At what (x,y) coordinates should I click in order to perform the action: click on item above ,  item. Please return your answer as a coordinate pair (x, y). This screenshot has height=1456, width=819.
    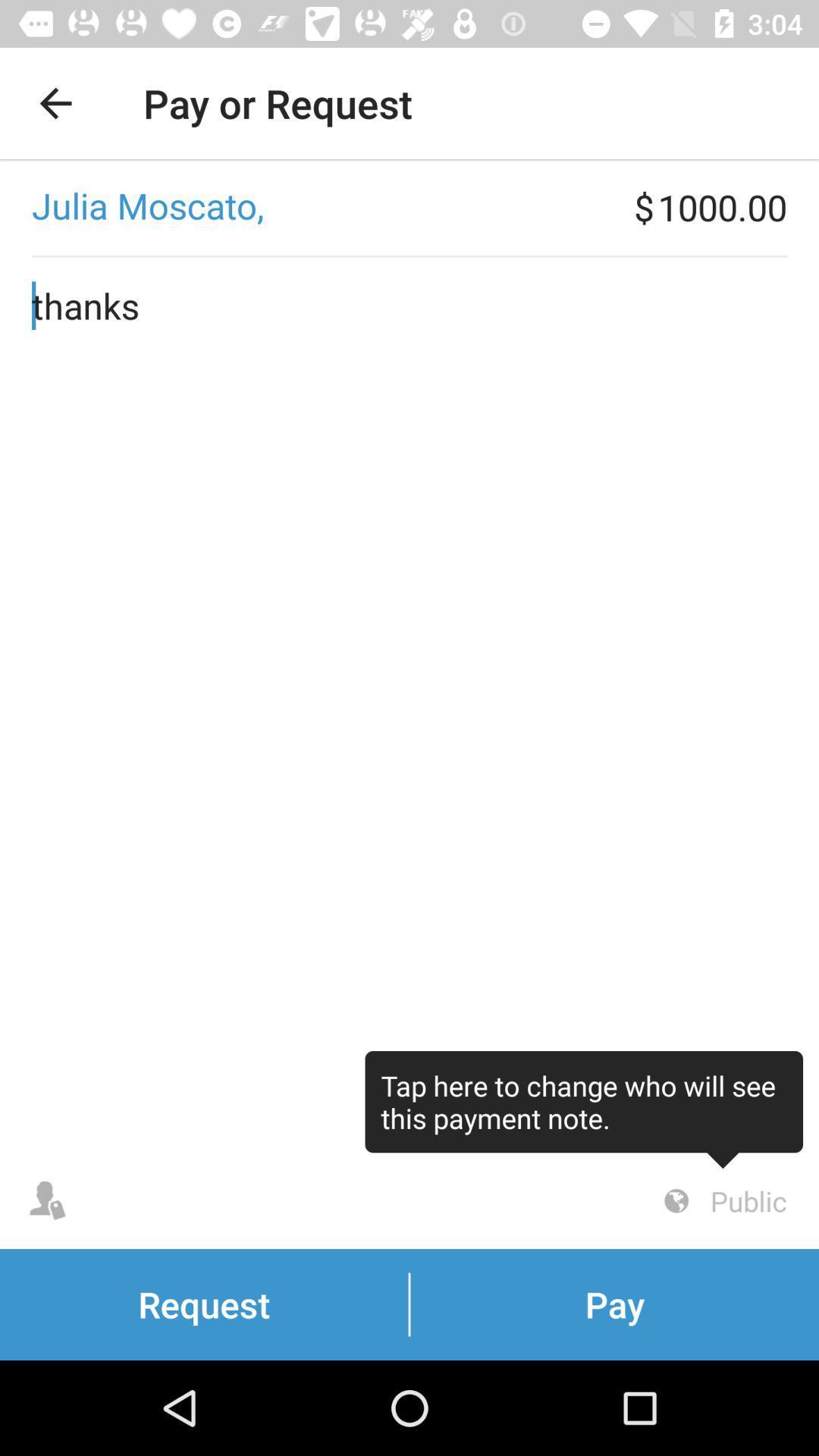
    Looking at the image, I should click on (55, 102).